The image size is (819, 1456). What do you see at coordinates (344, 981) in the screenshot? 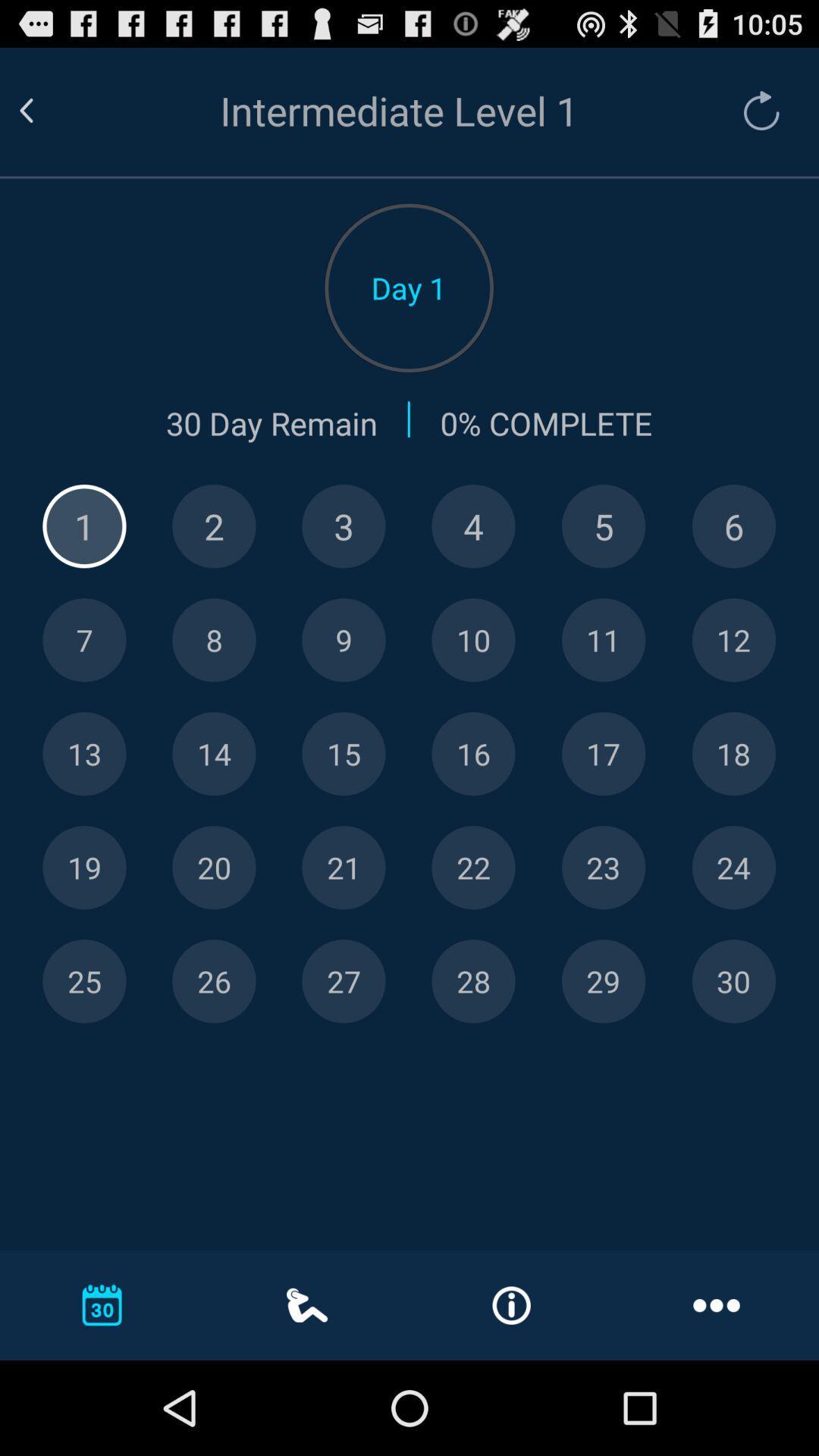
I see `day 27` at bounding box center [344, 981].